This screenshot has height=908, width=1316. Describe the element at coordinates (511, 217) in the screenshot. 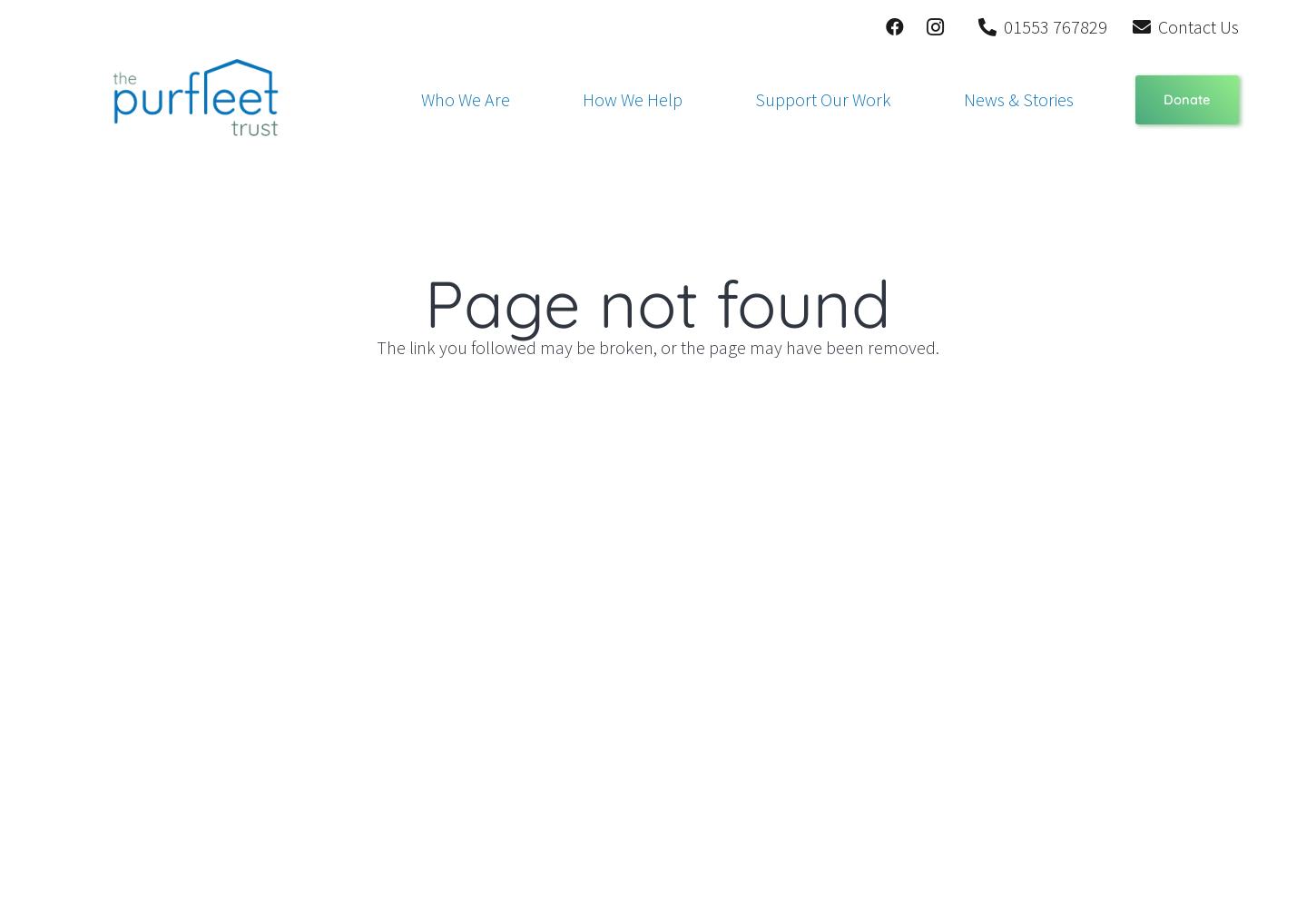

I see `'Our Aims, Values & Objectives'` at that location.